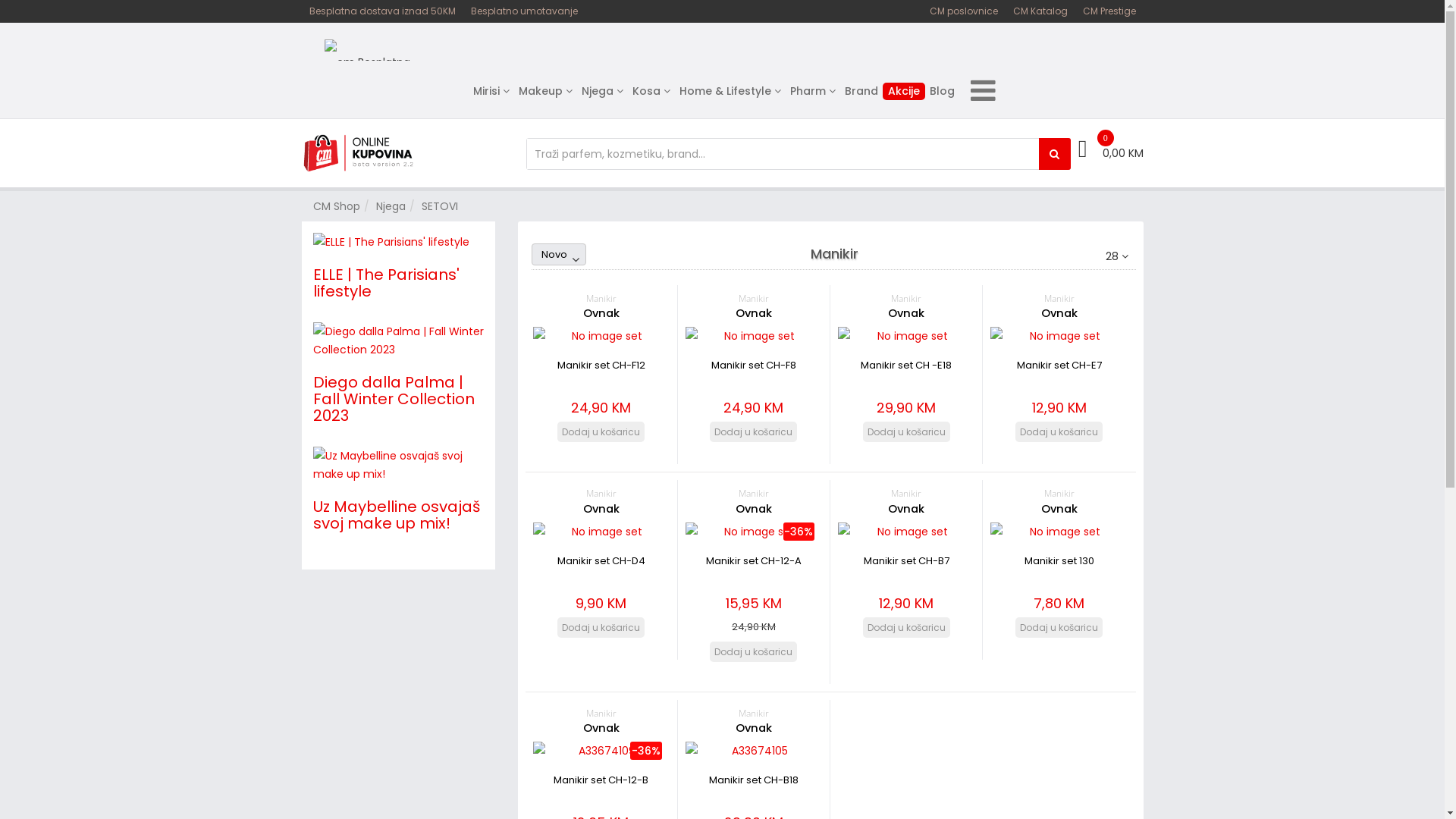 This screenshot has width=1456, height=819. I want to click on 'Blog', so click(941, 91).